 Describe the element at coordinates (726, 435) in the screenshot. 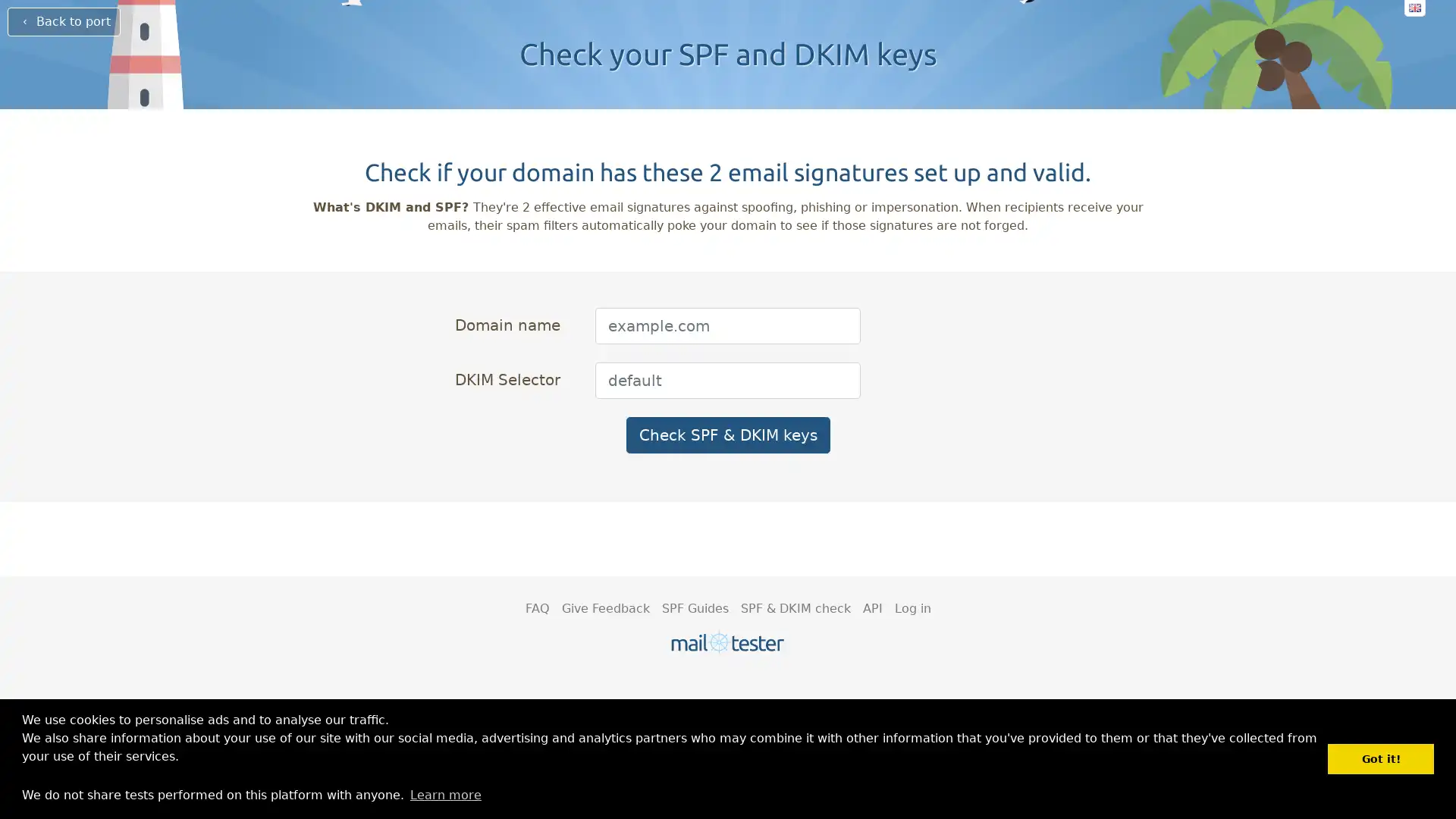

I see `Check SPF & DKIM keys` at that location.